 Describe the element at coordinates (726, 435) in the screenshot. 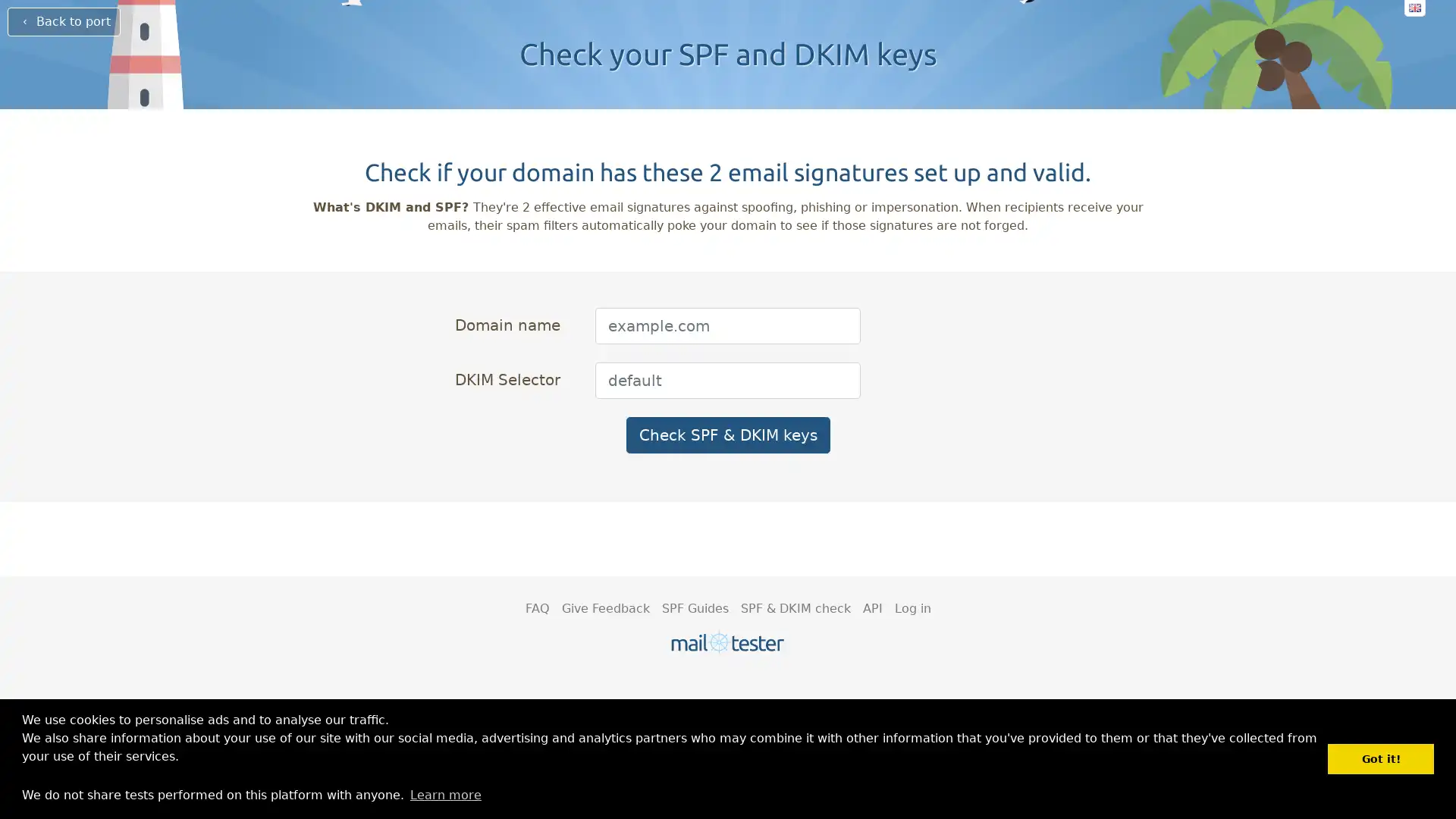

I see `Check SPF & DKIM keys` at that location.